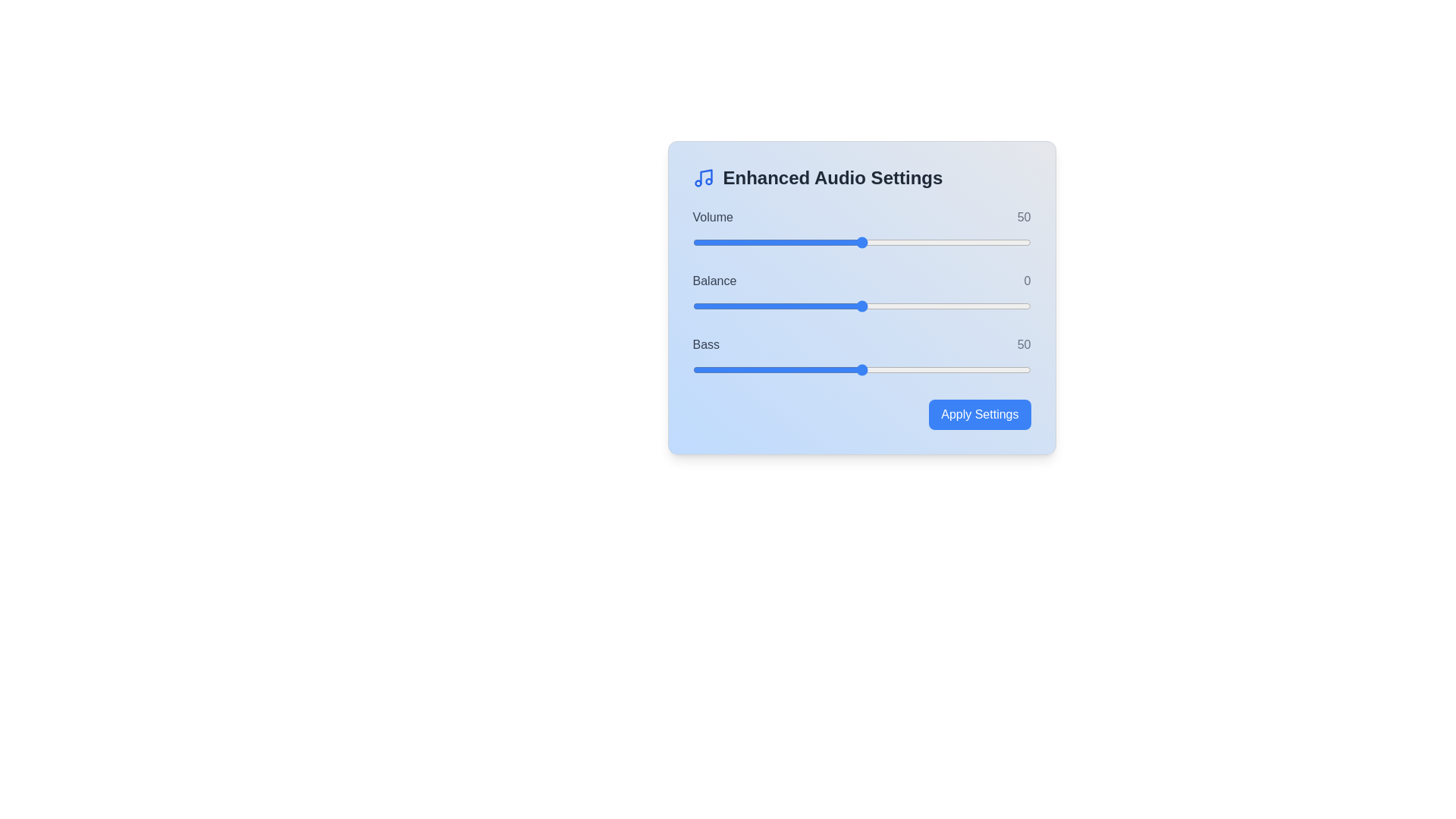 This screenshot has width=1456, height=819. What do you see at coordinates (955, 370) in the screenshot?
I see `the bass slider to 78 percent` at bounding box center [955, 370].